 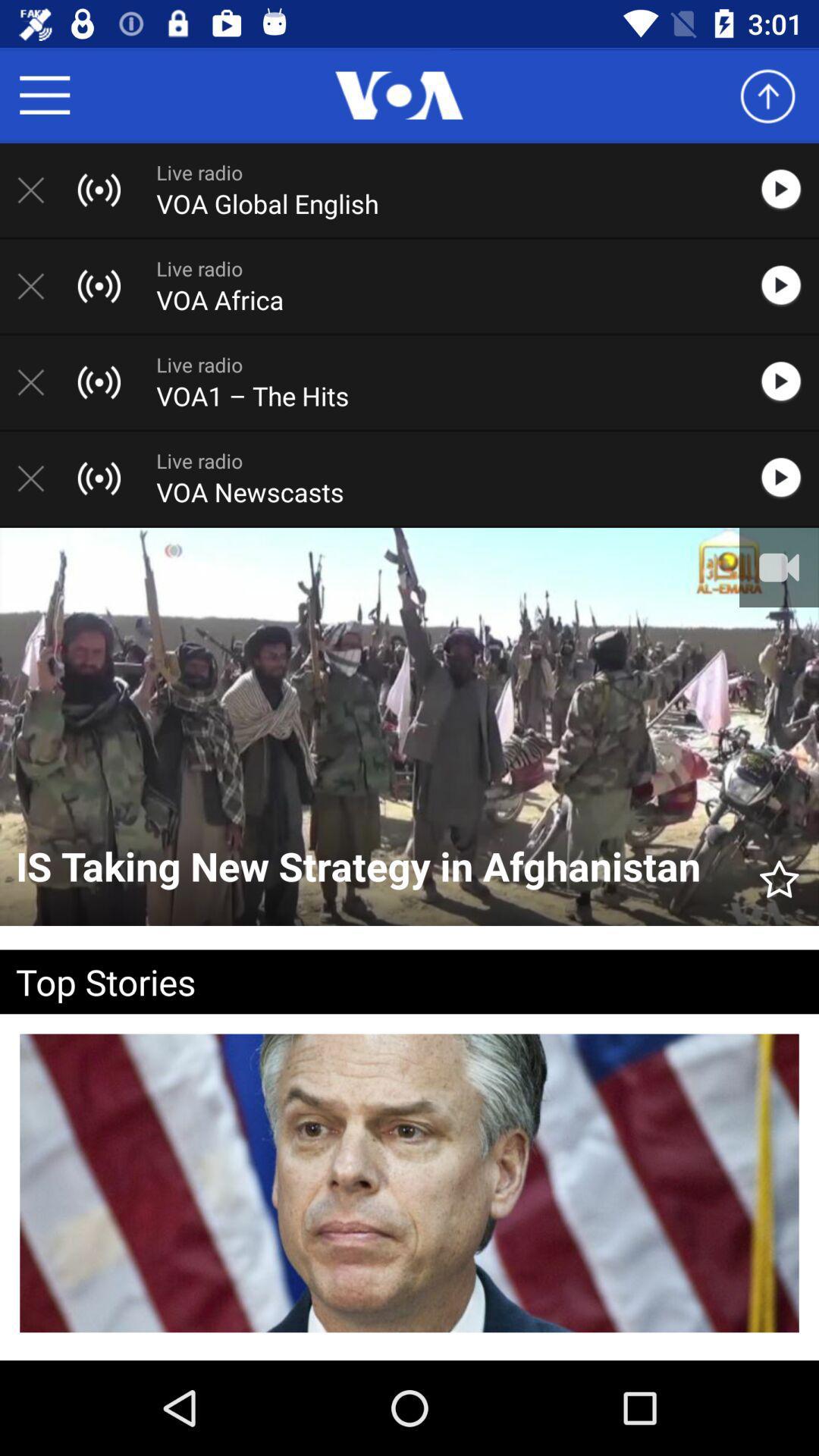 I want to click on mode, so click(x=788, y=382).